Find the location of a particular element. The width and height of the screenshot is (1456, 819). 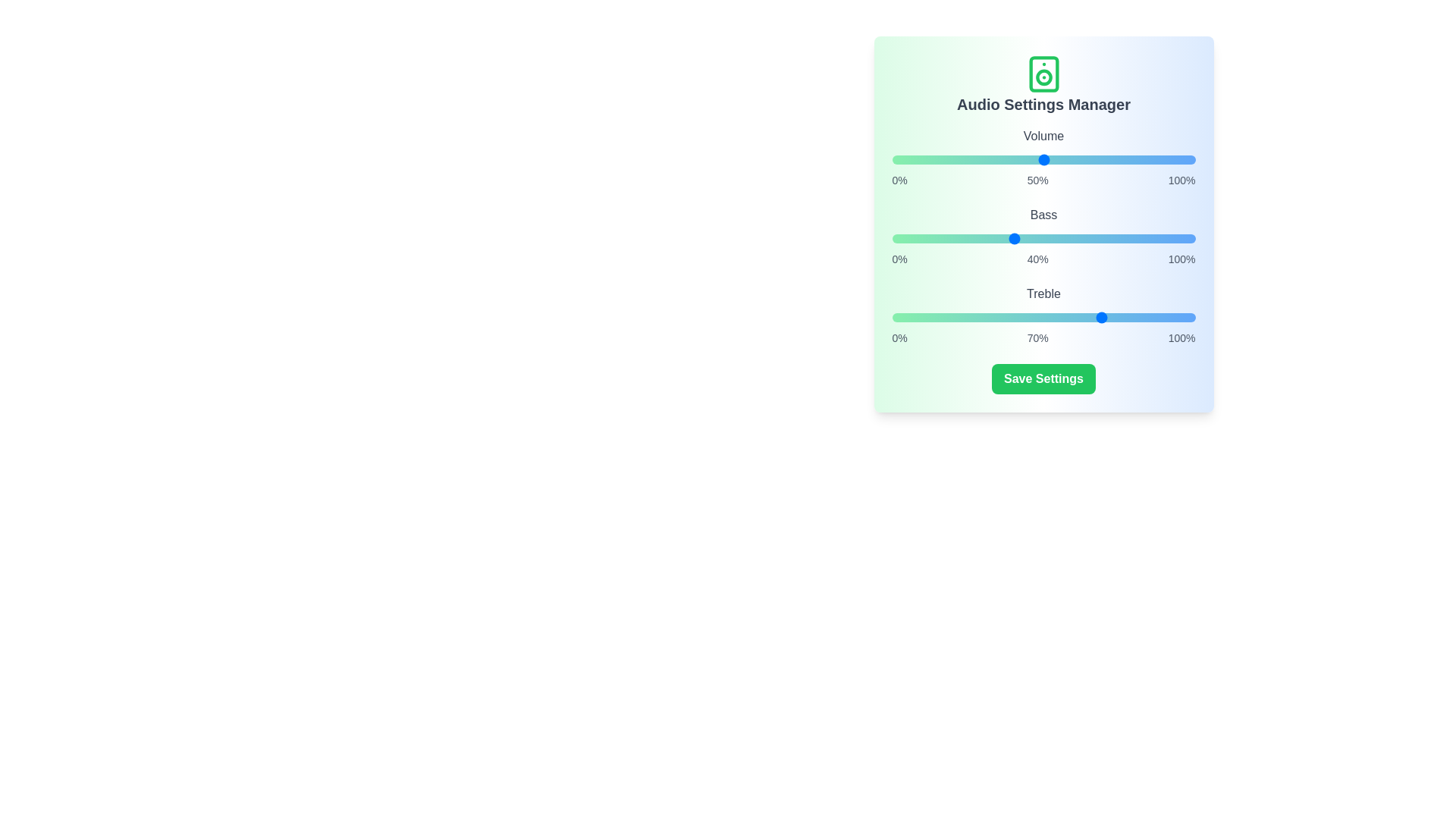

the volume slider to 35% is located at coordinates (998, 160).